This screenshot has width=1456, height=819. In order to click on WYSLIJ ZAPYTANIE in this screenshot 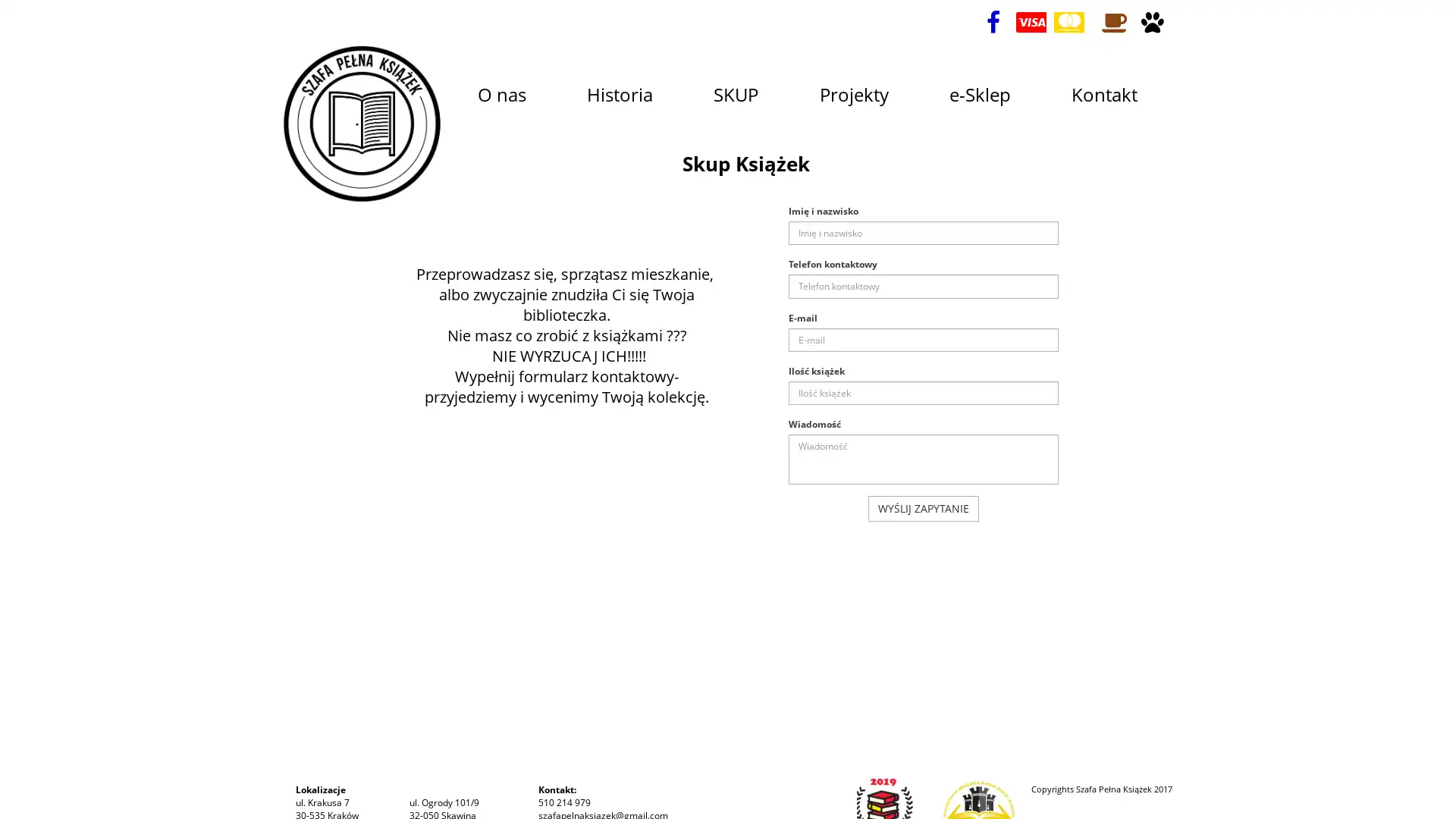, I will do `click(923, 508)`.